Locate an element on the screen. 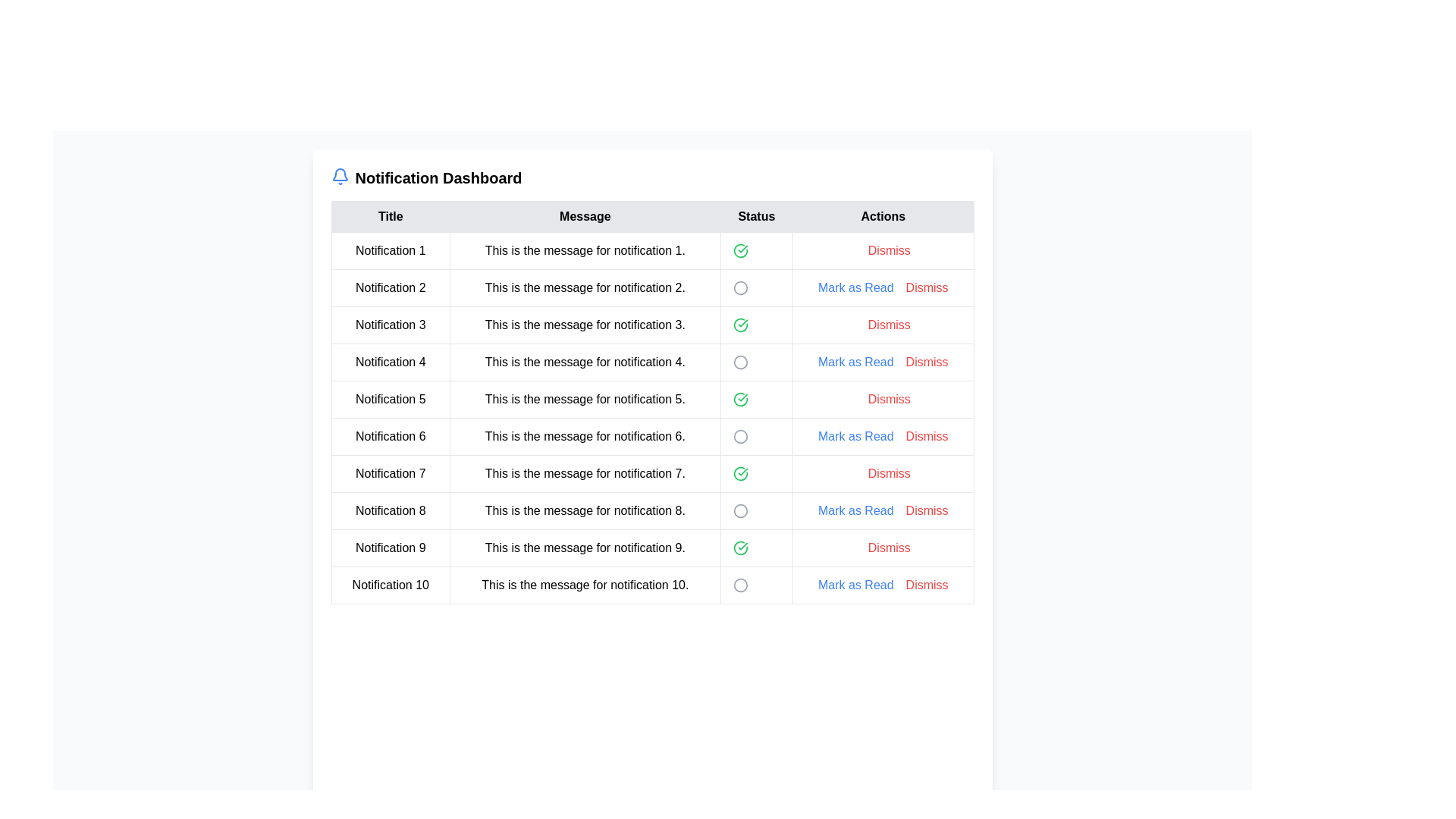  unread status notification icon located in the 'Status' column of the notification dashboard table for Notification 8 is located at coordinates (740, 511).